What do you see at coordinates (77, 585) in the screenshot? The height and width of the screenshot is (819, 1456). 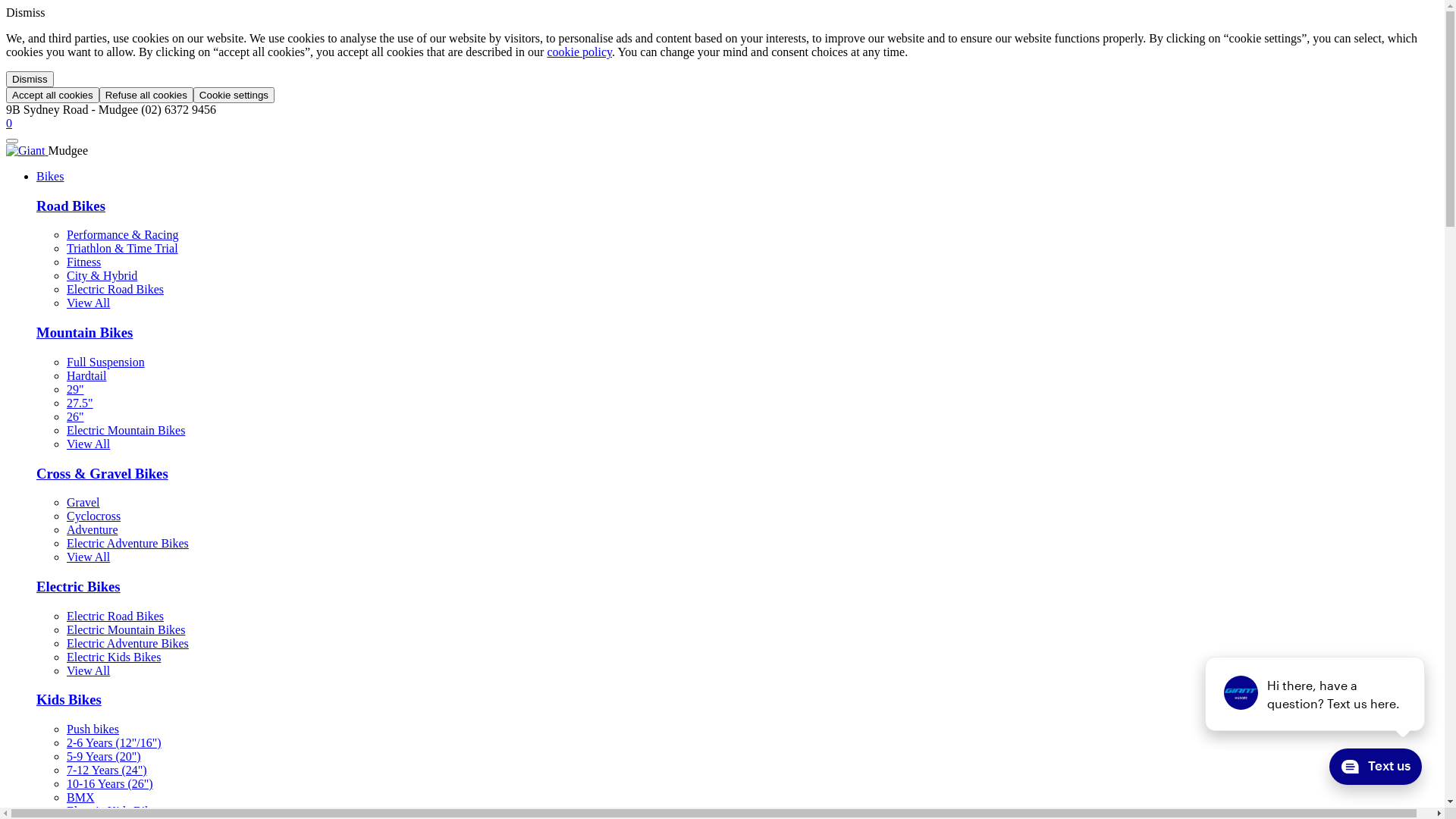 I see `'Electric Bikes'` at bounding box center [77, 585].